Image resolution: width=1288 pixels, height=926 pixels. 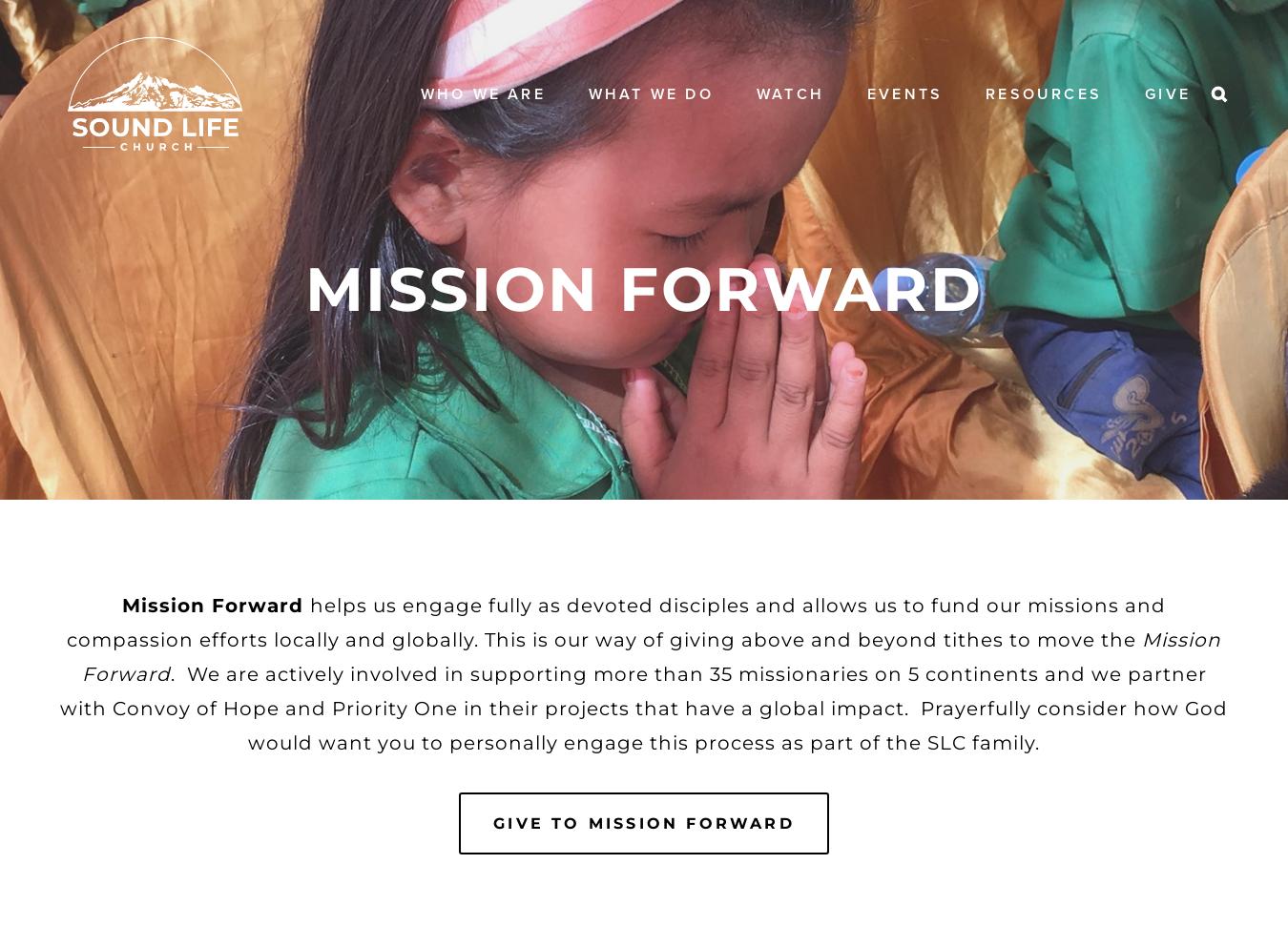 What do you see at coordinates (1144, 92) in the screenshot?
I see `'Give'` at bounding box center [1144, 92].